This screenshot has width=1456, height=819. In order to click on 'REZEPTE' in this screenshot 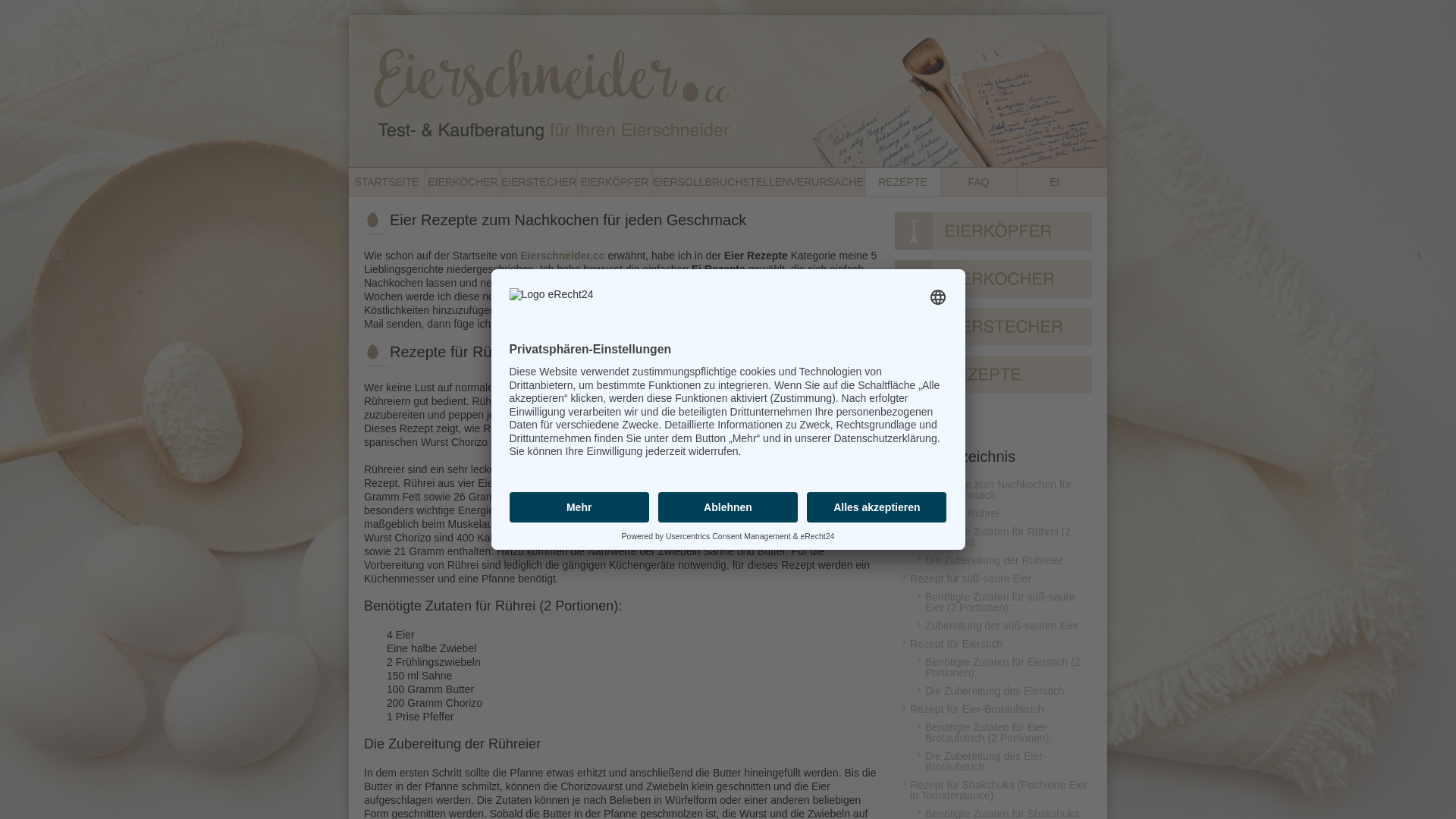, I will do `click(902, 180)`.